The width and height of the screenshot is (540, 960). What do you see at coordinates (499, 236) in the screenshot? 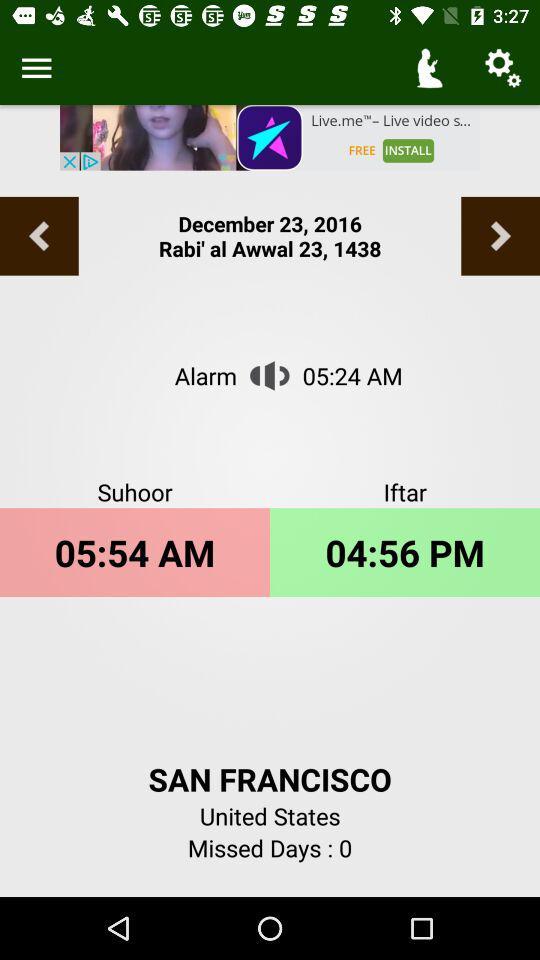
I see `the arrow_forward icon` at bounding box center [499, 236].